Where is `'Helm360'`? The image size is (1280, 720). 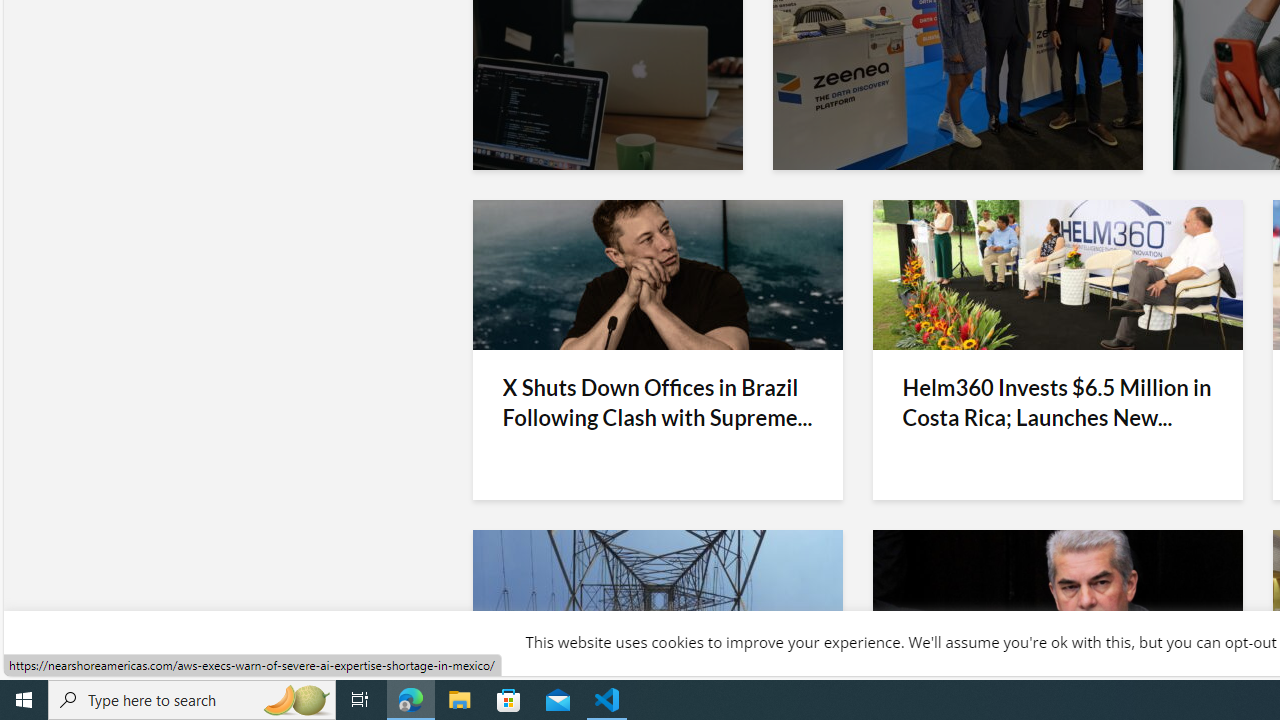
'Helm360' is located at coordinates (1056, 275).